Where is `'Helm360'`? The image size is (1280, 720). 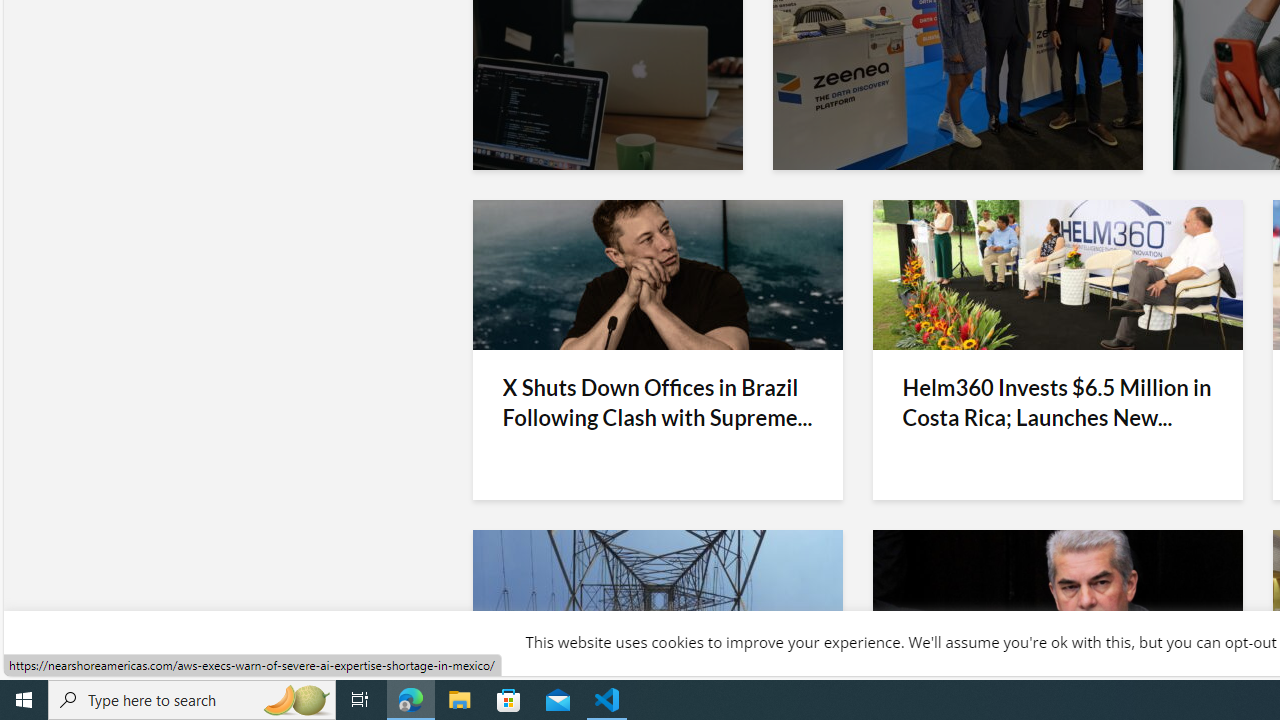
'Helm360' is located at coordinates (1056, 275).